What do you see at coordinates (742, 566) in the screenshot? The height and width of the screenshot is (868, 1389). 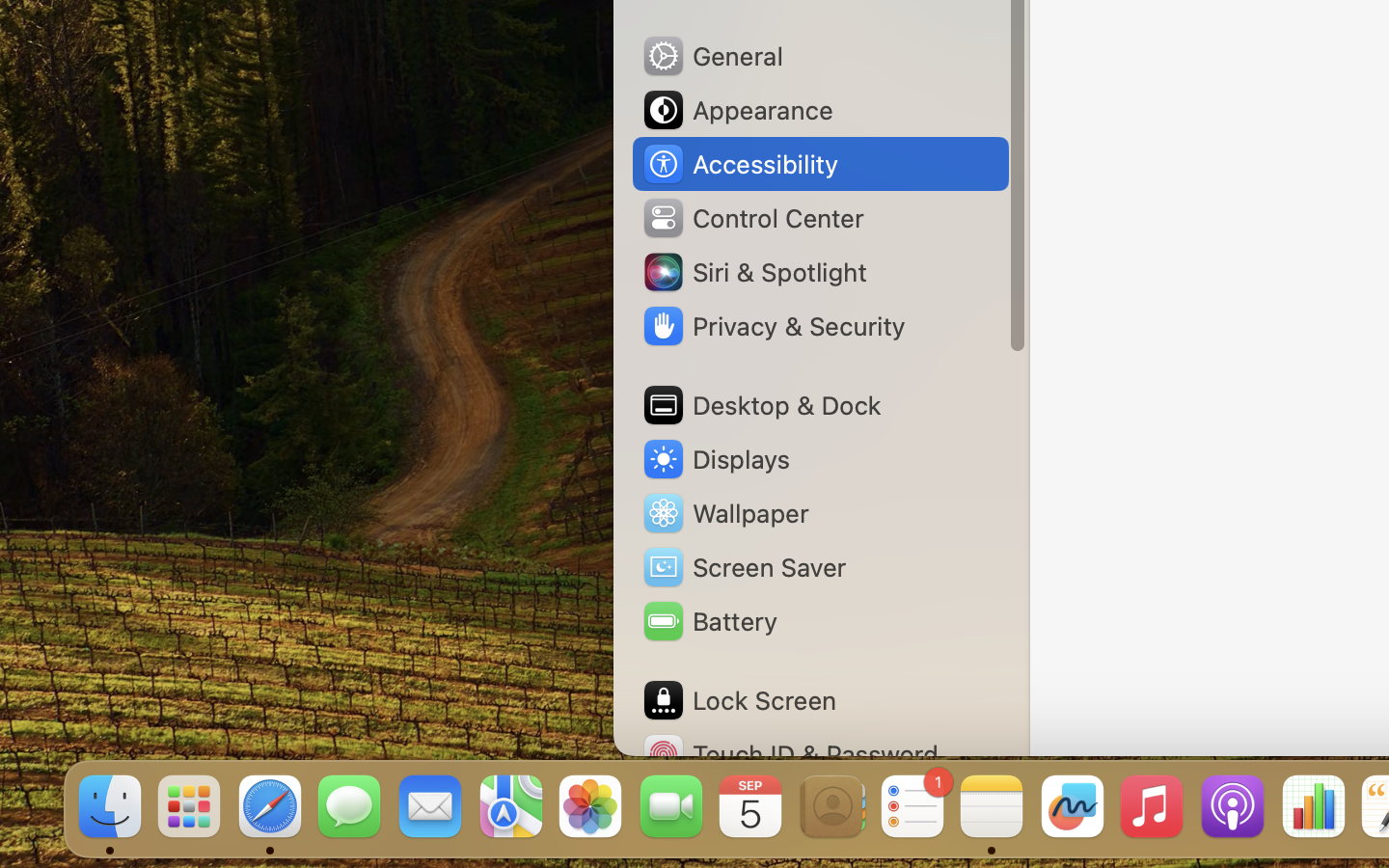 I see `'Screen Saver'` at bounding box center [742, 566].